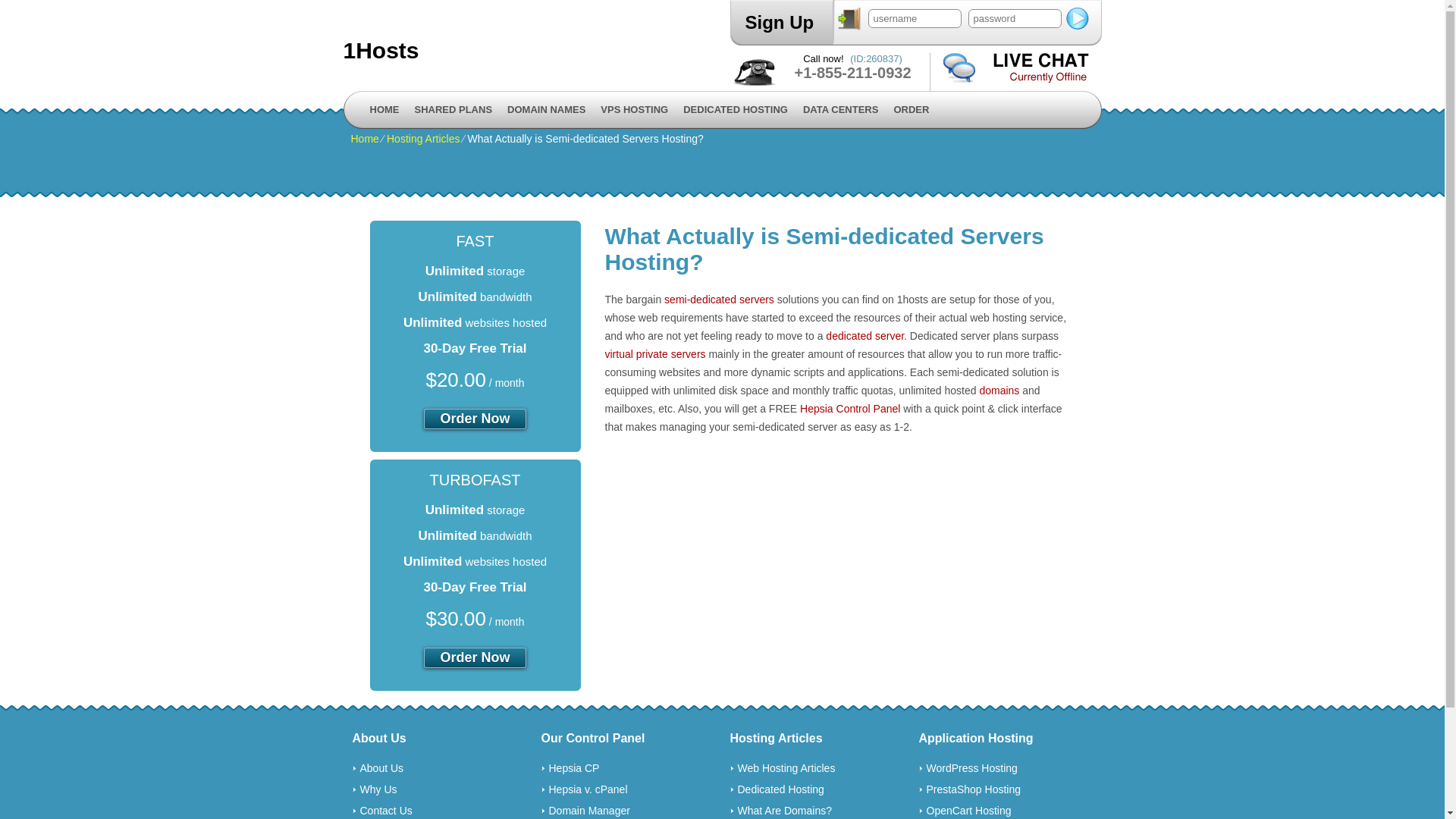 The width and height of the screenshot is (1456, 819). I want to click on 'What Are Domains?', so click(784, 809).